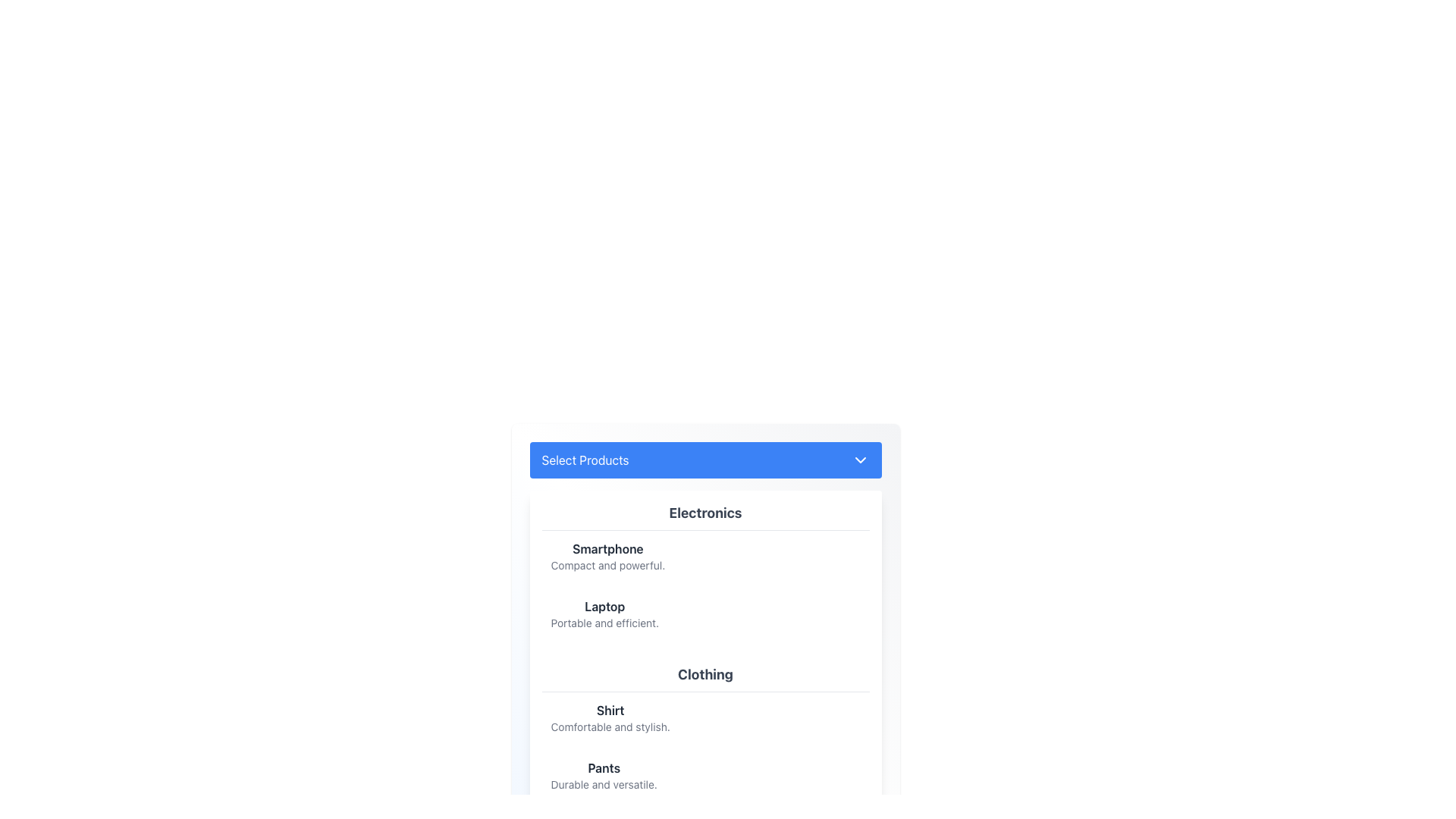 Image resolution: width=1456 pixels, height=819 pixels. I want to click on the List Item representing a laptop product located under the 'Electronics' category, so click(704, 614).